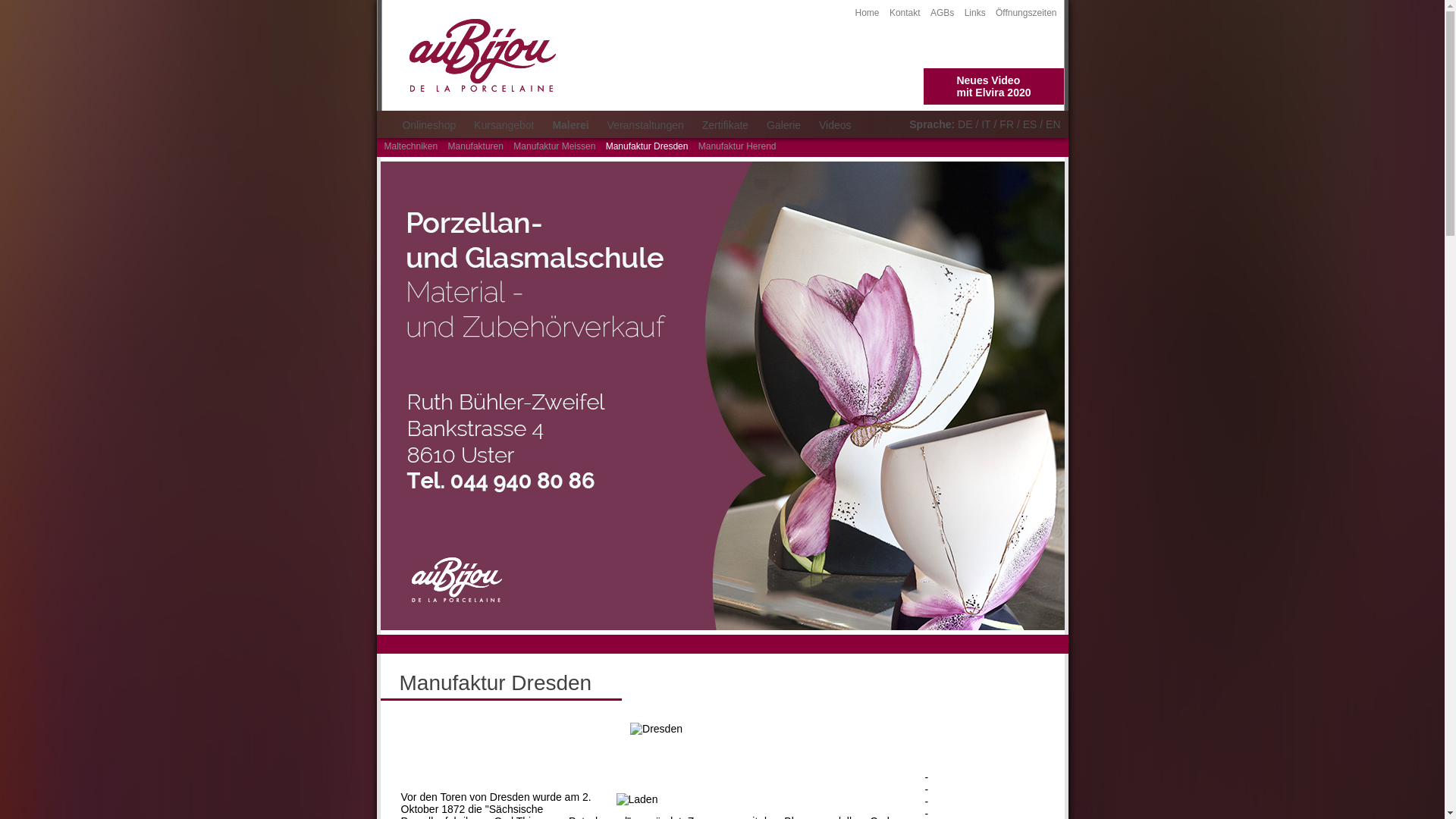 This screenshot has width=1456, height=819. Describe the element at coordinates (553, 146) in the screenshot. I see `'Manufaktur Meissen'` at that location.